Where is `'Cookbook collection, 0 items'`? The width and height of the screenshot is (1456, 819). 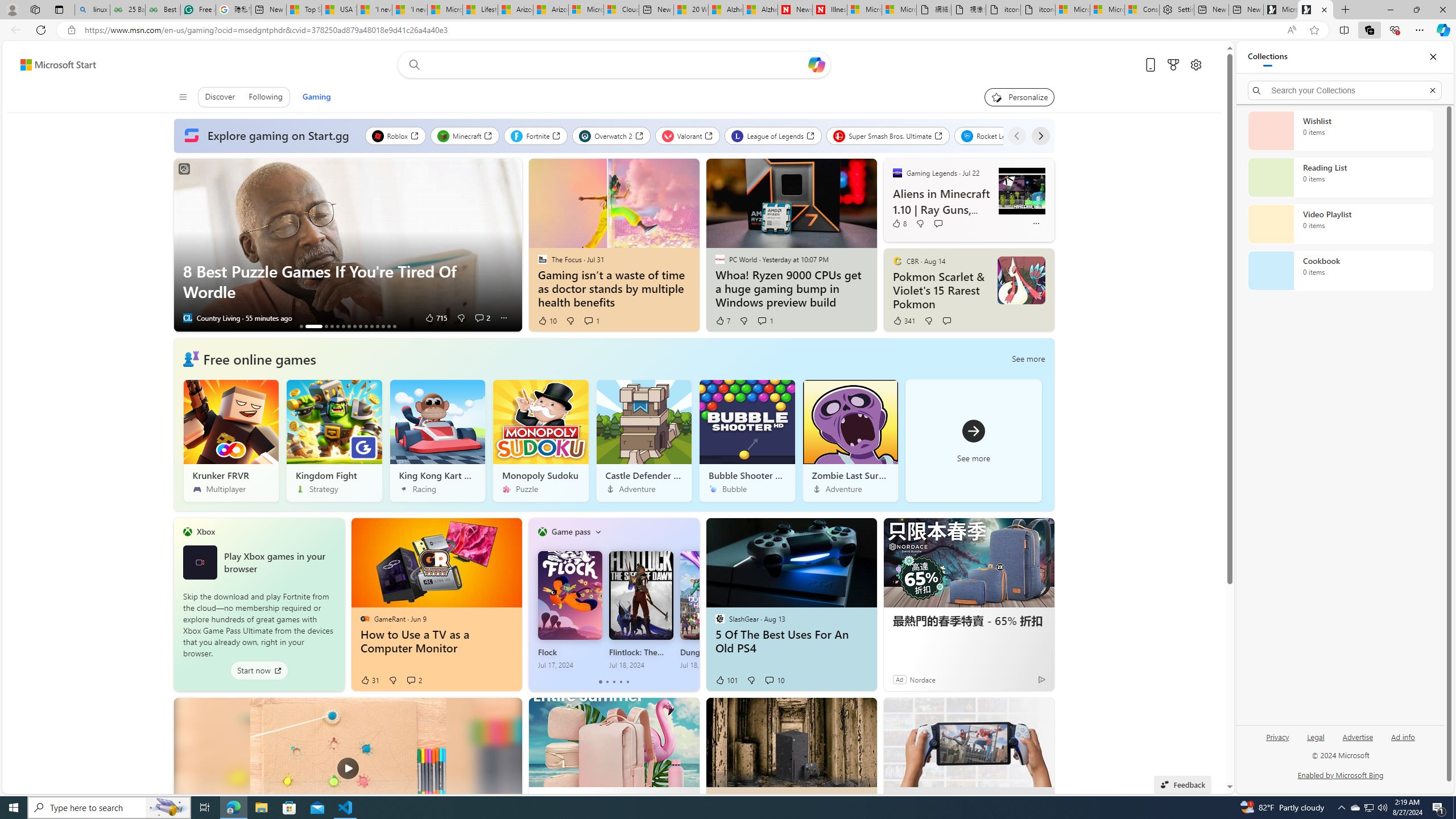 'Cookbook collection, 0 items' is located at coordinates (1340, 270).